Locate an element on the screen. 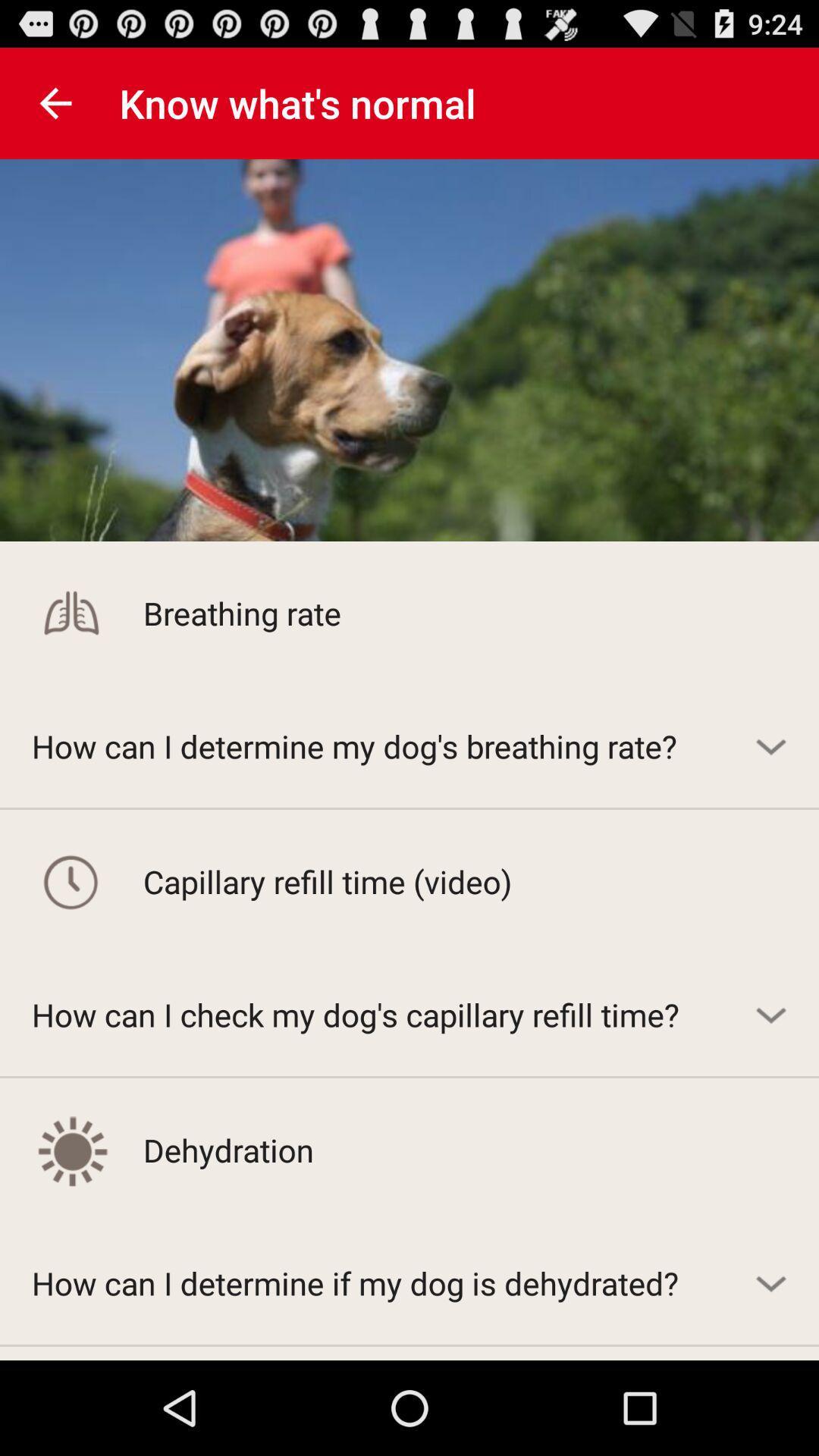 The image size is (819, 1456). app next to the know what s app is located at coordinates (55, 102).